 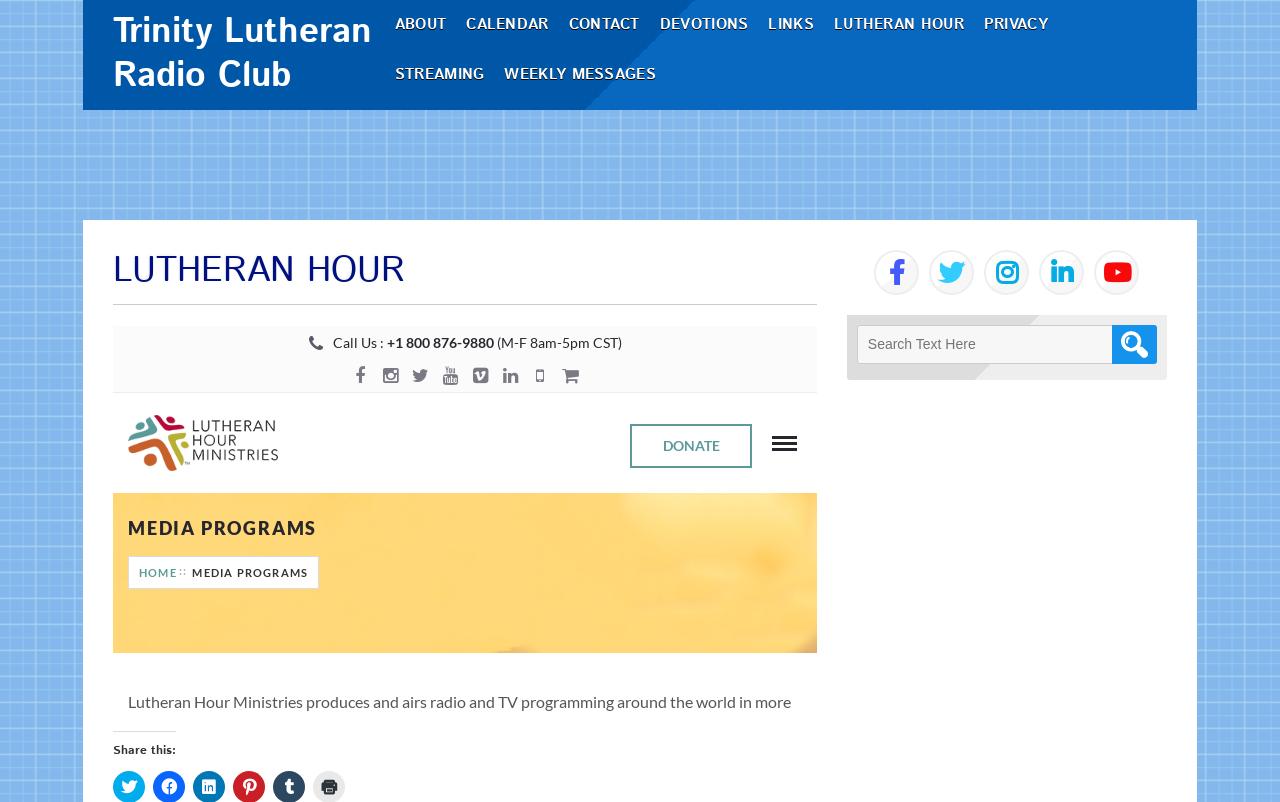 I want to click on 'Contact', so click(x=573, y=78).